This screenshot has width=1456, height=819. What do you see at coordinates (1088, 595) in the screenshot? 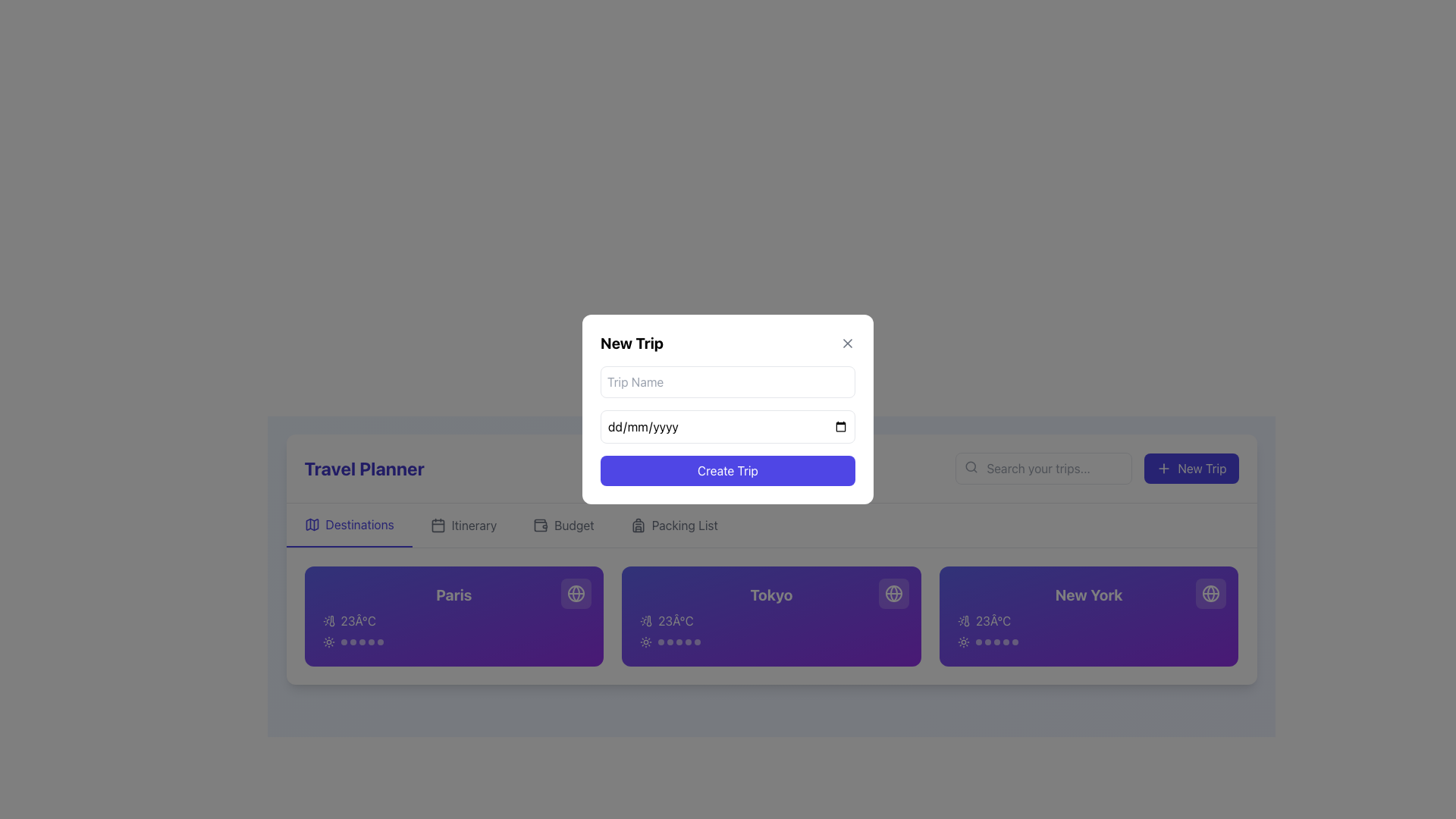
I see `the static text element displaying the location name 'New York', which is situated at the top-center area of the card, above the temperature information` at bounding box center [1088, 595].